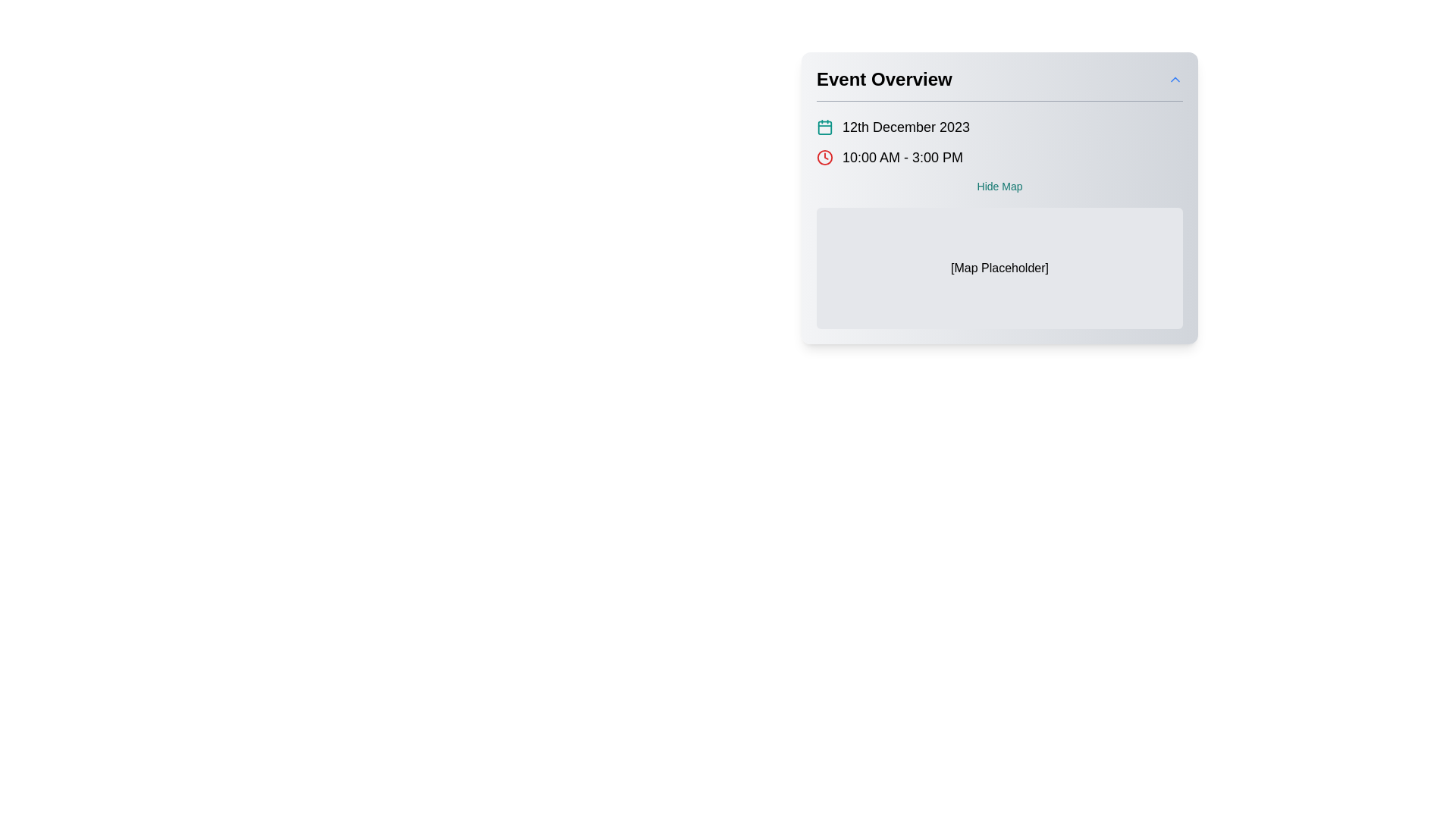 The width and height of the screenshot is (1456, 819). Describe the element at coordinates (1175, 79) in the screenshot. I see `the button located at the far right of the header in the 'Event Overview' card` at that location.